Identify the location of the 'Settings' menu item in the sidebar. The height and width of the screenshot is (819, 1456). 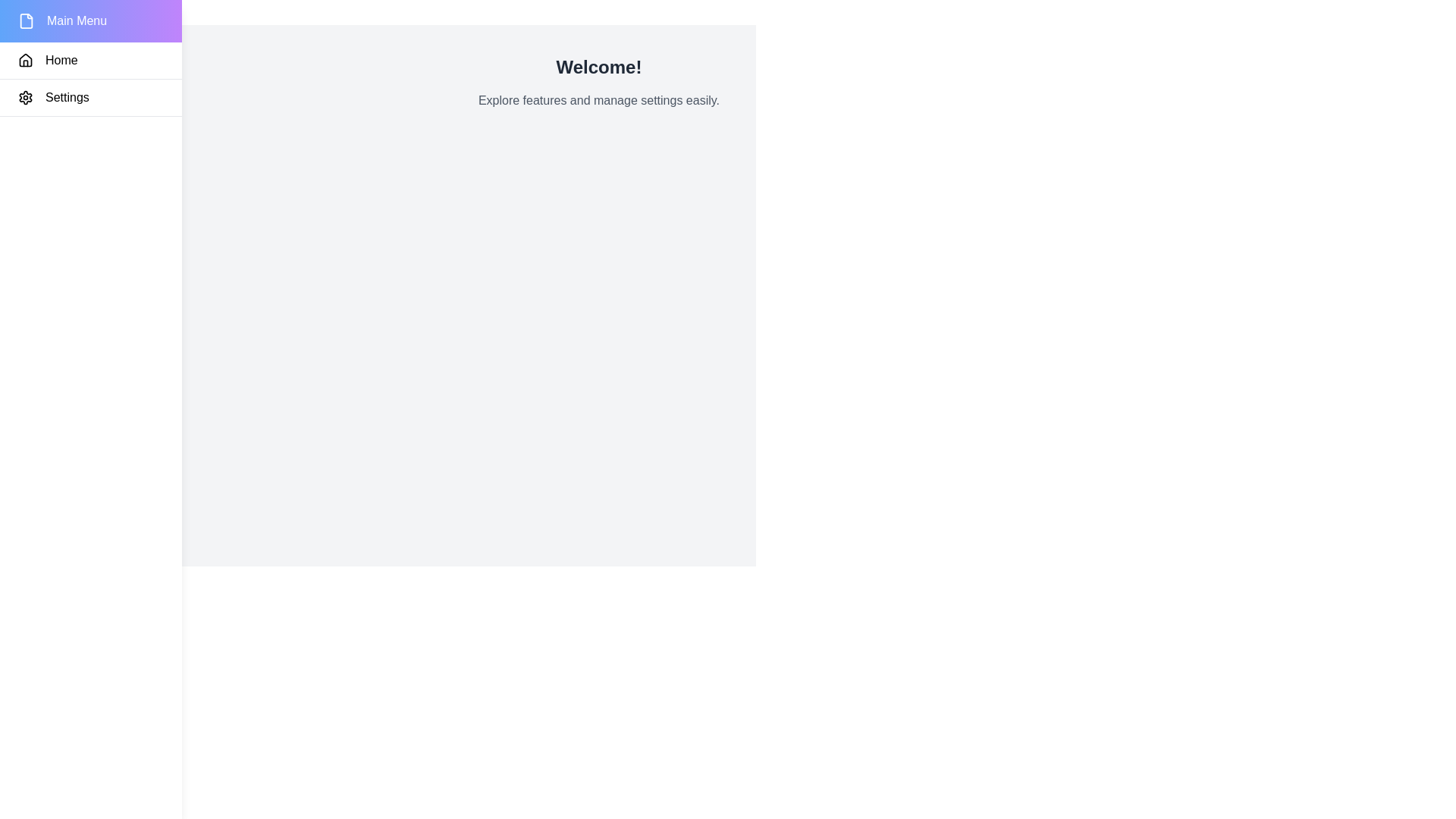
(90, 98).